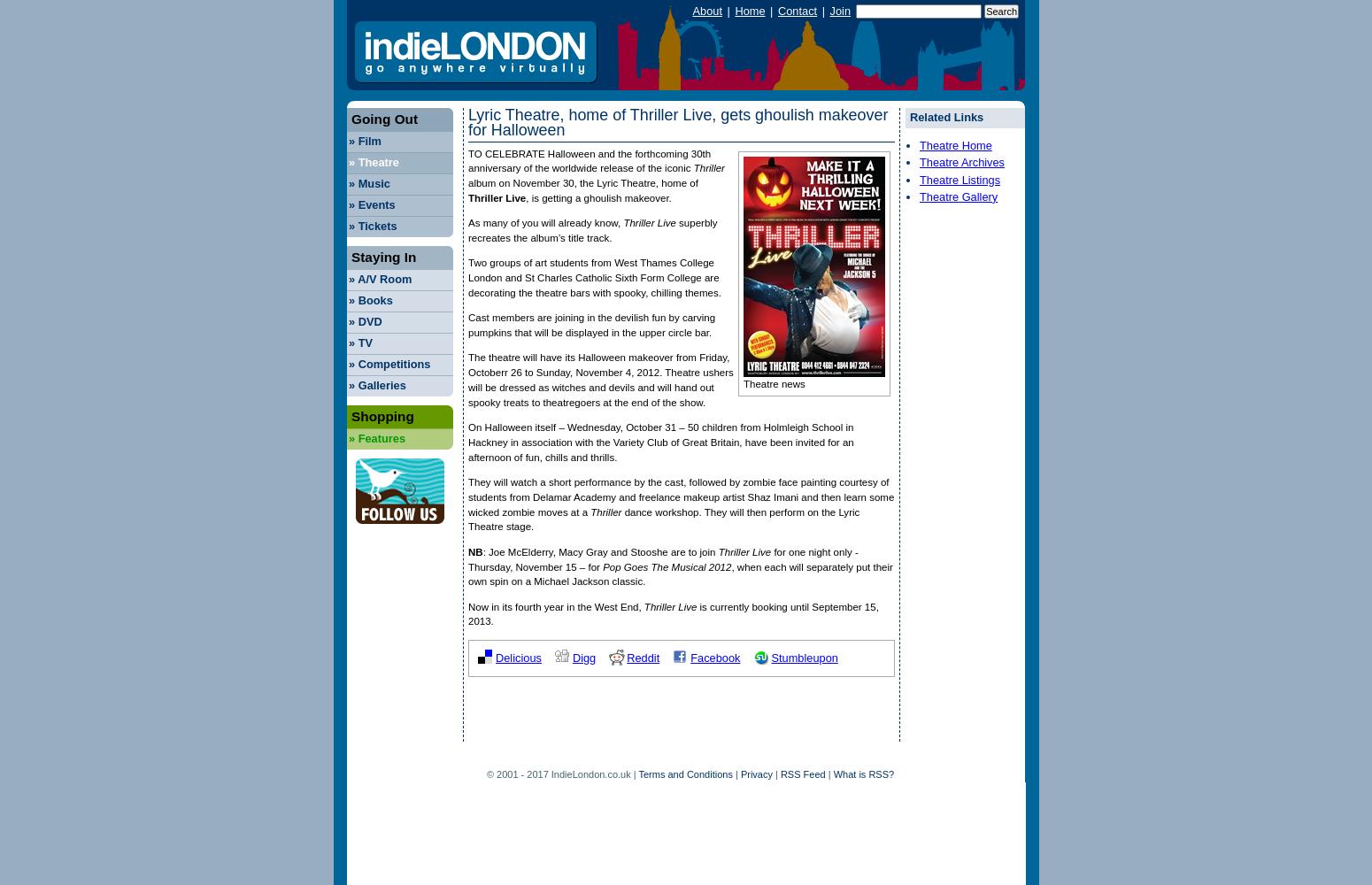 The height and width of the screenshot is (885, 1372). I want to click on 'Books', so click(374, 298).